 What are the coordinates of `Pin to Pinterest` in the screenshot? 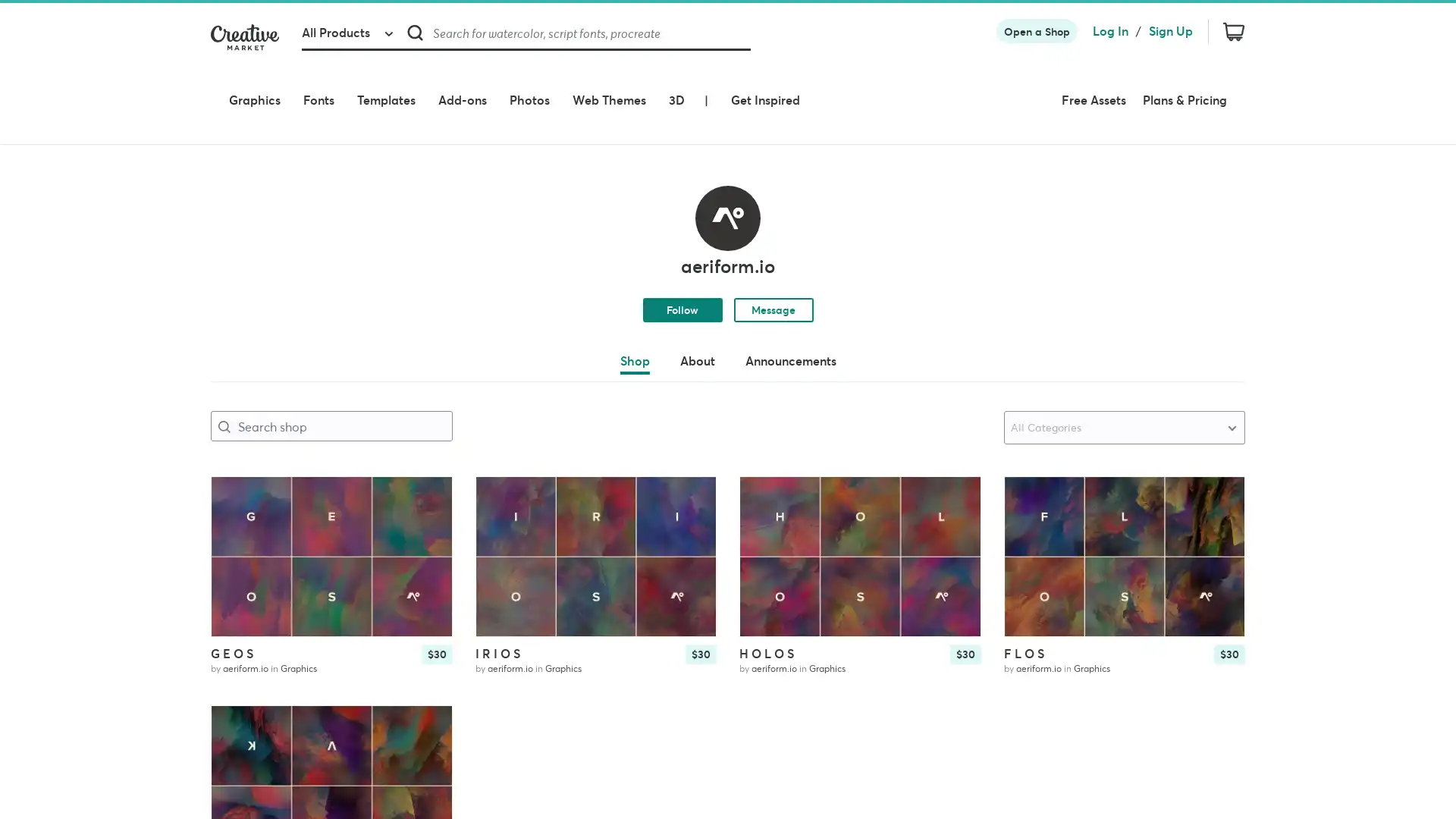 It's located at (500, 446).